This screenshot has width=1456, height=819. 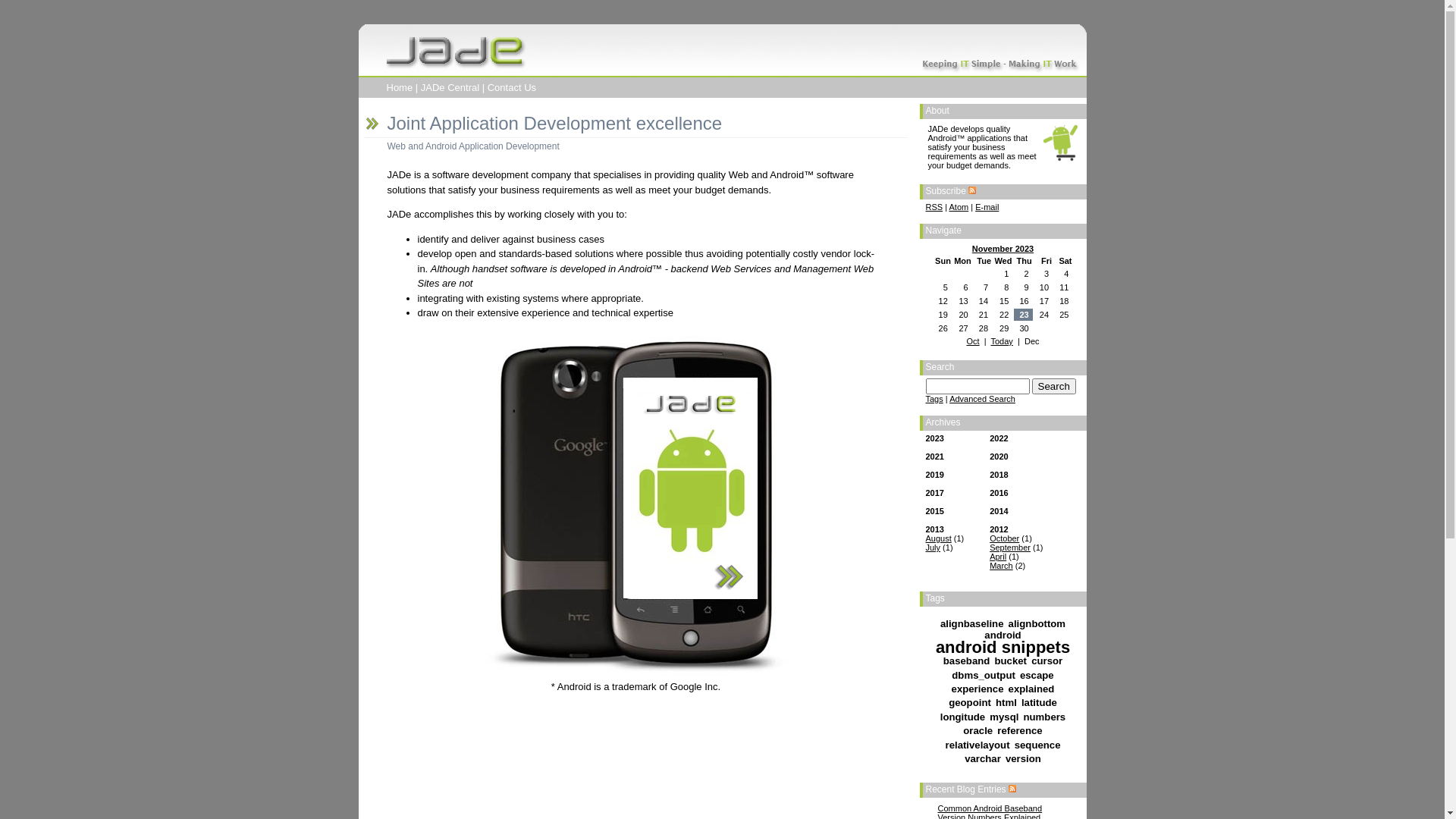 I want to click on 'alignbaseline', so click(x=939, y=623).